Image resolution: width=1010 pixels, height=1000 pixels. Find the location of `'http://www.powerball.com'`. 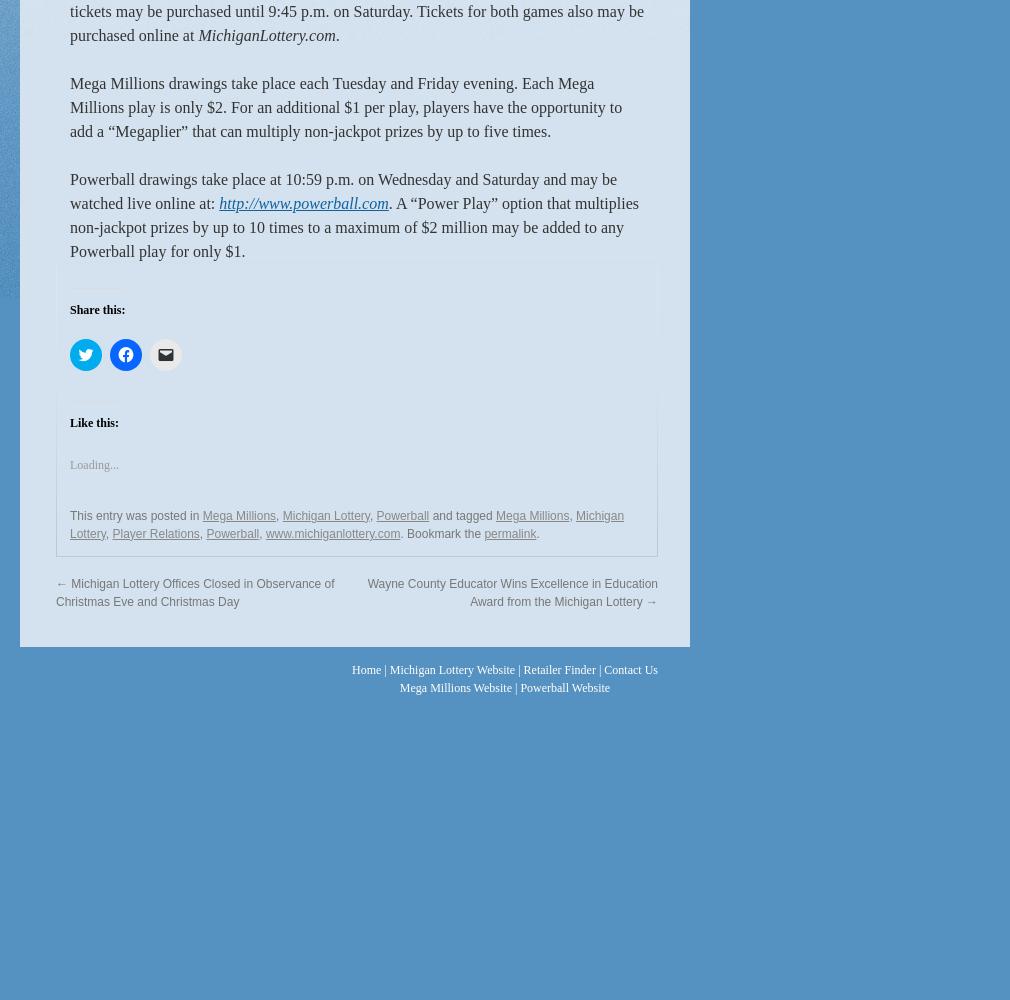

'http://www.powerball.com' is located at coordinates (303, 201).